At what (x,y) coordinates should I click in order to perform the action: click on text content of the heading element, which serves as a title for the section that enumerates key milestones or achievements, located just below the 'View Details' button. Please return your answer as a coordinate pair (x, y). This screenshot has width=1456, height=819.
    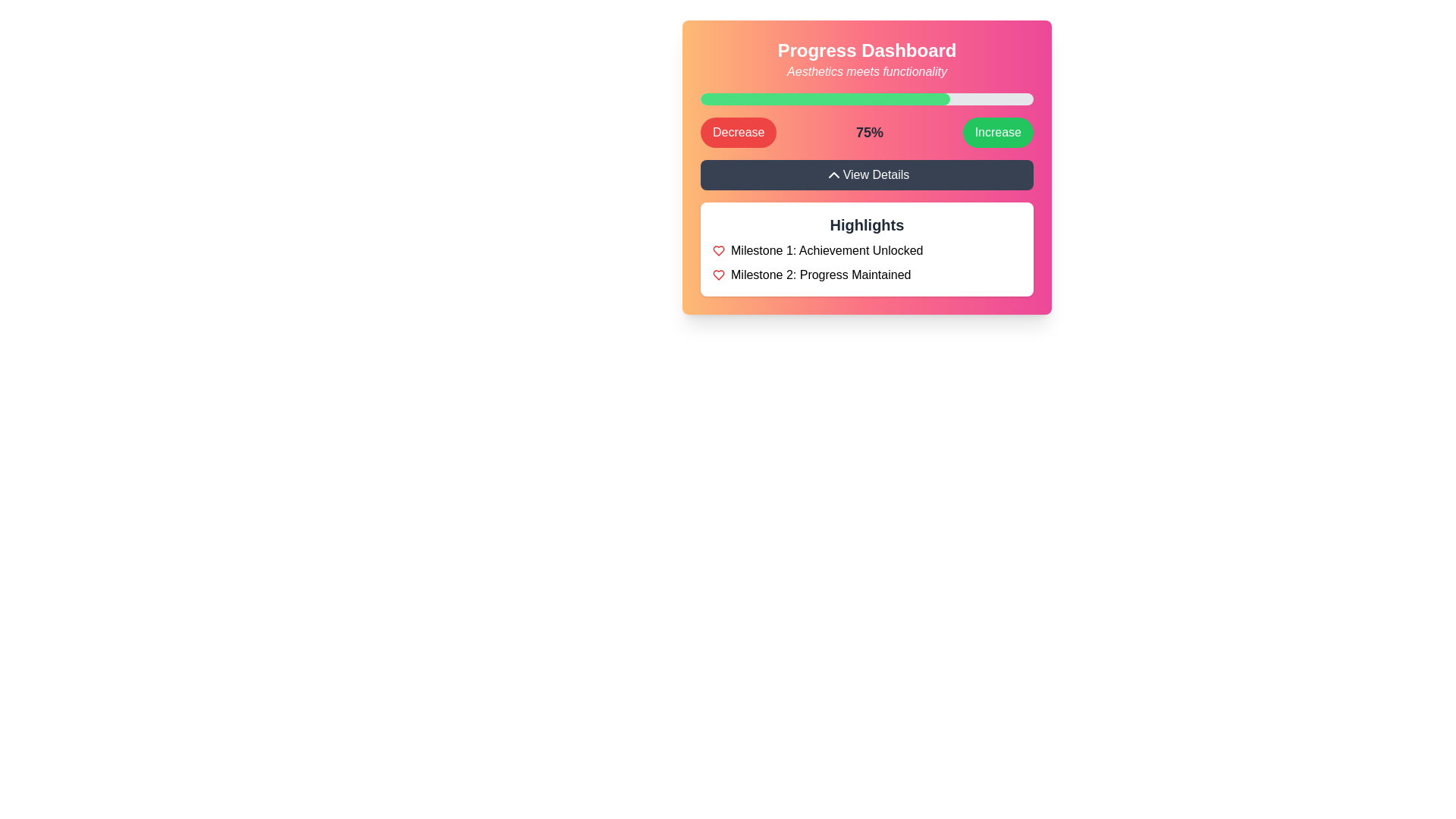
    Looking at the image, I should click on (867, 225).